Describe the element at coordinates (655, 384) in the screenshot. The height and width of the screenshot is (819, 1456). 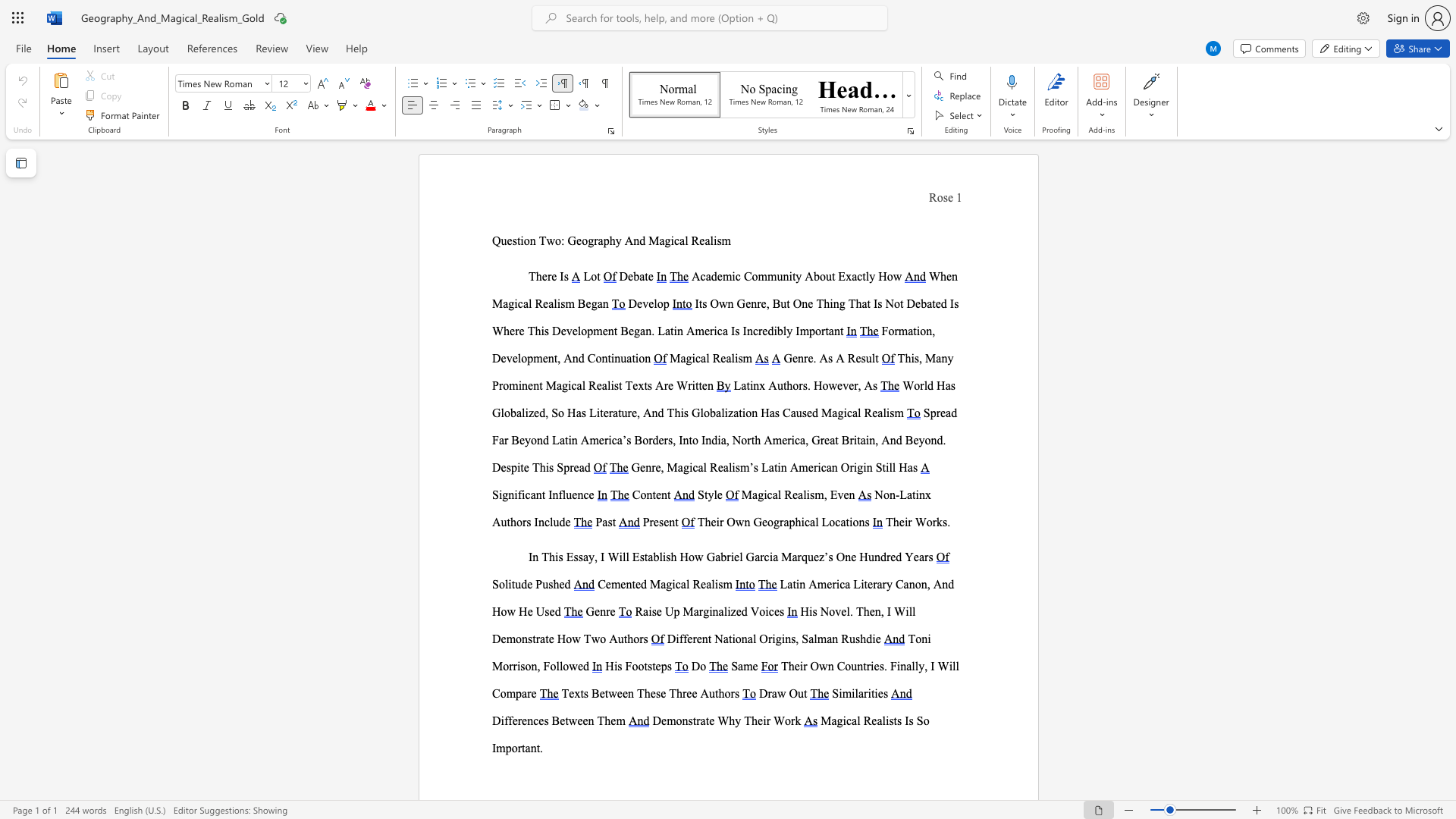
I see `the subset text "Are" within the text "This, Many Prominent Magical Realist Texts Are Written"` at that location.